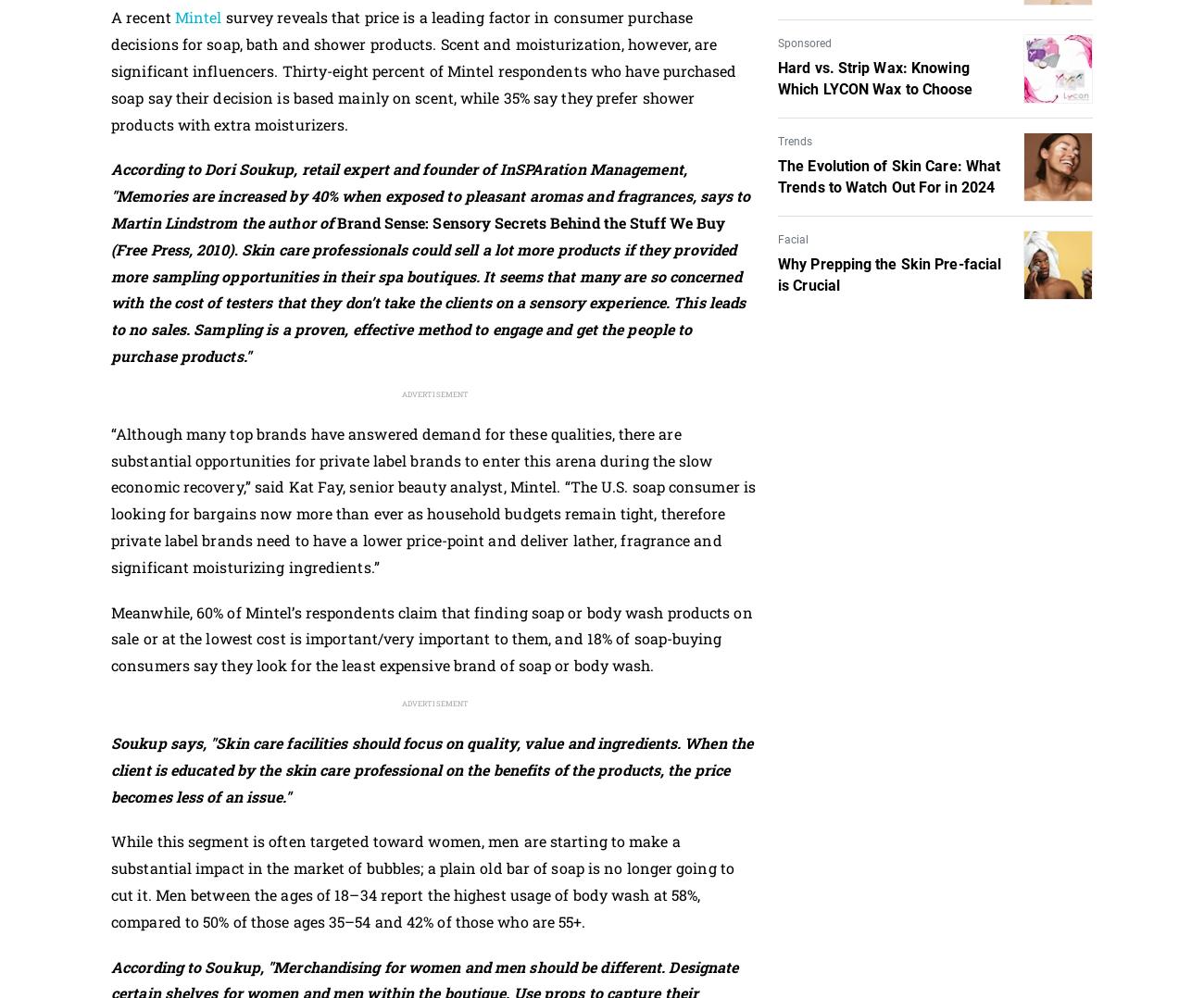  Describe the element at coordinates (778, 77) in the screenshot. I see `'Hard vs. Strip Wax: Knowing Which LYCON Wax to Choose'` at that location.